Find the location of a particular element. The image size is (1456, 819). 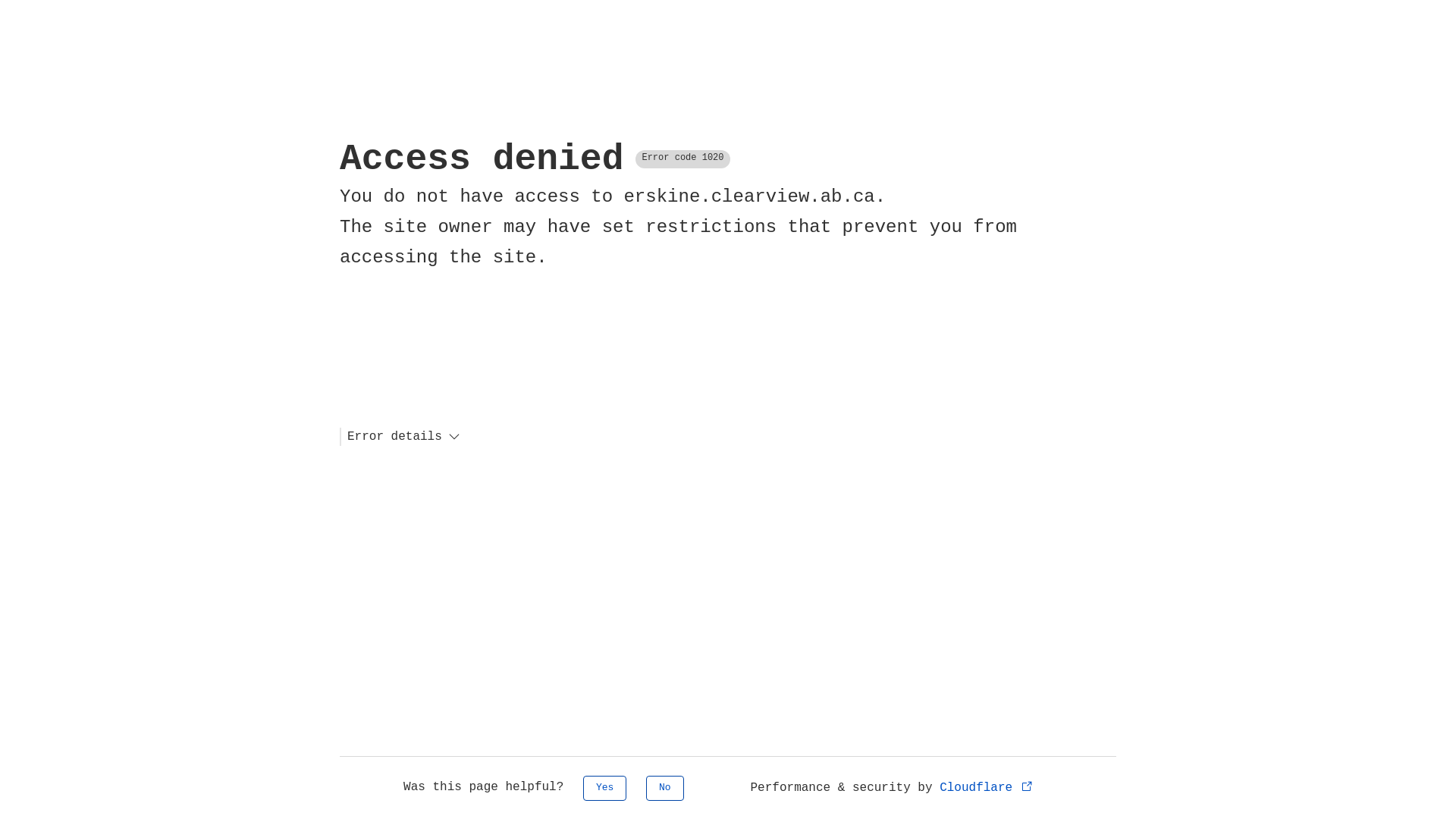

'Opens in new tab' is located at coordinates (1027, 785).